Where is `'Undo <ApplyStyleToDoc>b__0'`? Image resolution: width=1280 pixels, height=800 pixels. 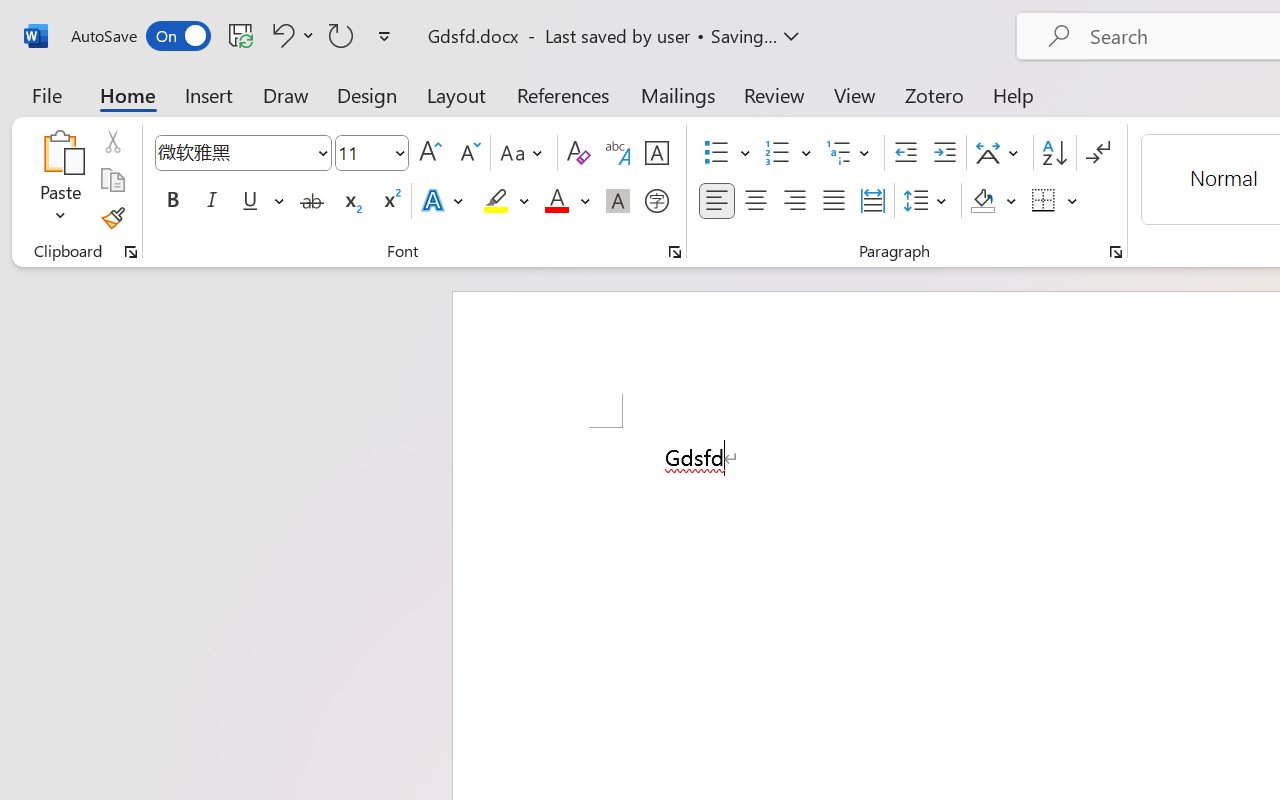 'Undo <ApplyStyleToDoc>b__0' is located at coordinates (279, 34).